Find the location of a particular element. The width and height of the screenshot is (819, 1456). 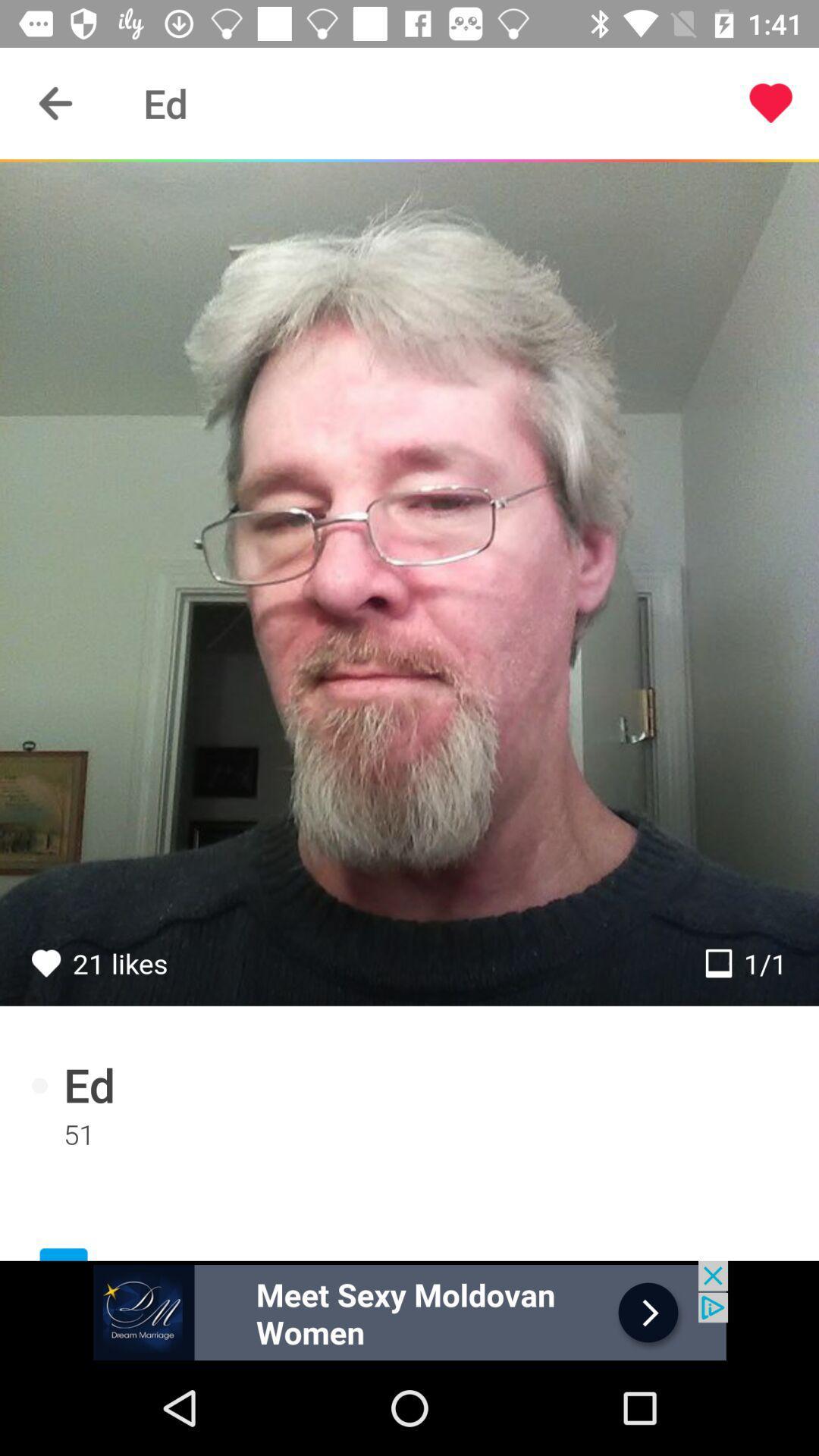

advertisement is located at coordinates (409, 1310).